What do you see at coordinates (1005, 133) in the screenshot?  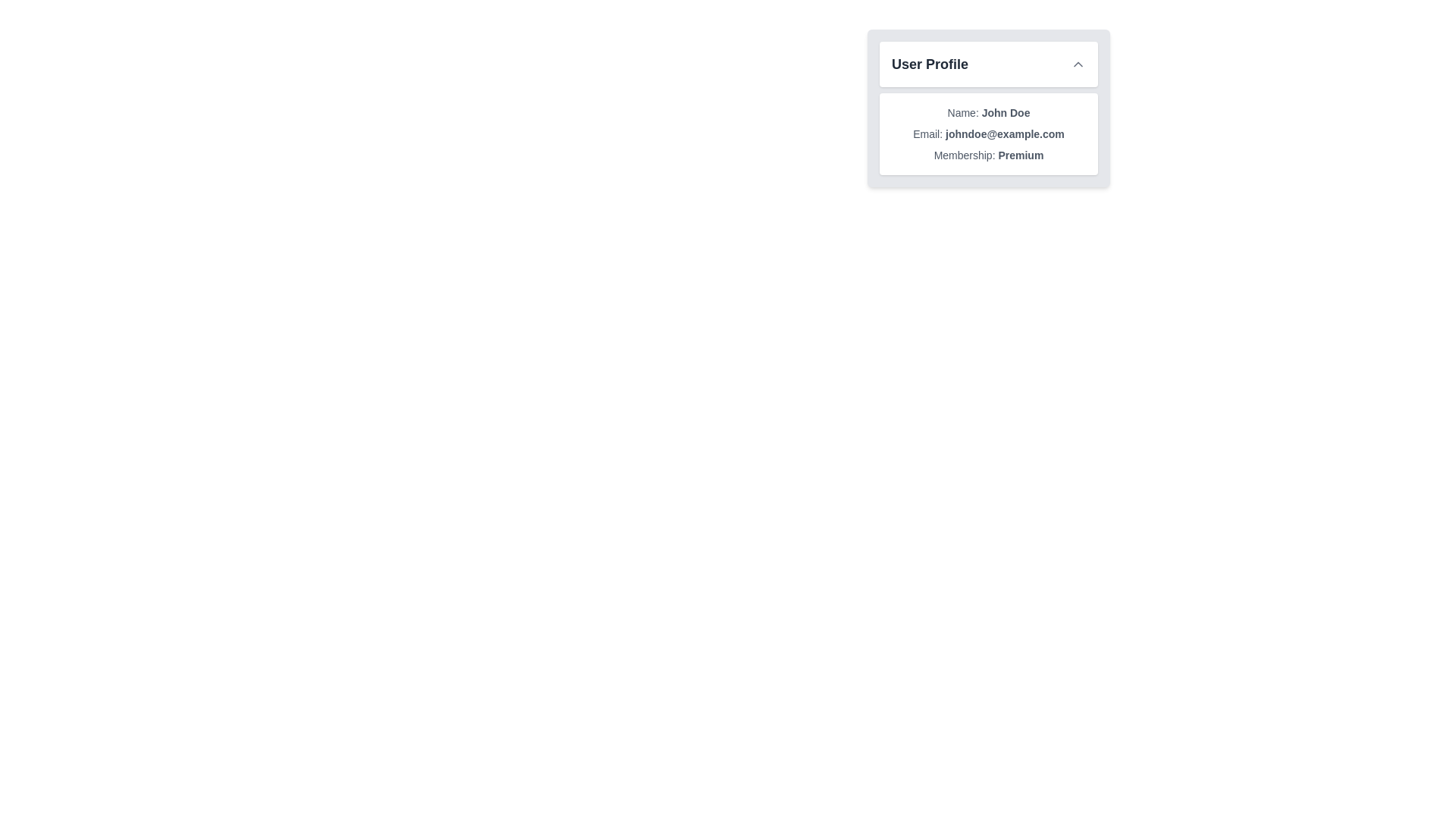 I see `the email address display located in the 'User Profile' card, positioned below the label 'Email:' and above the membership status` at bounding box center [1005, 133].